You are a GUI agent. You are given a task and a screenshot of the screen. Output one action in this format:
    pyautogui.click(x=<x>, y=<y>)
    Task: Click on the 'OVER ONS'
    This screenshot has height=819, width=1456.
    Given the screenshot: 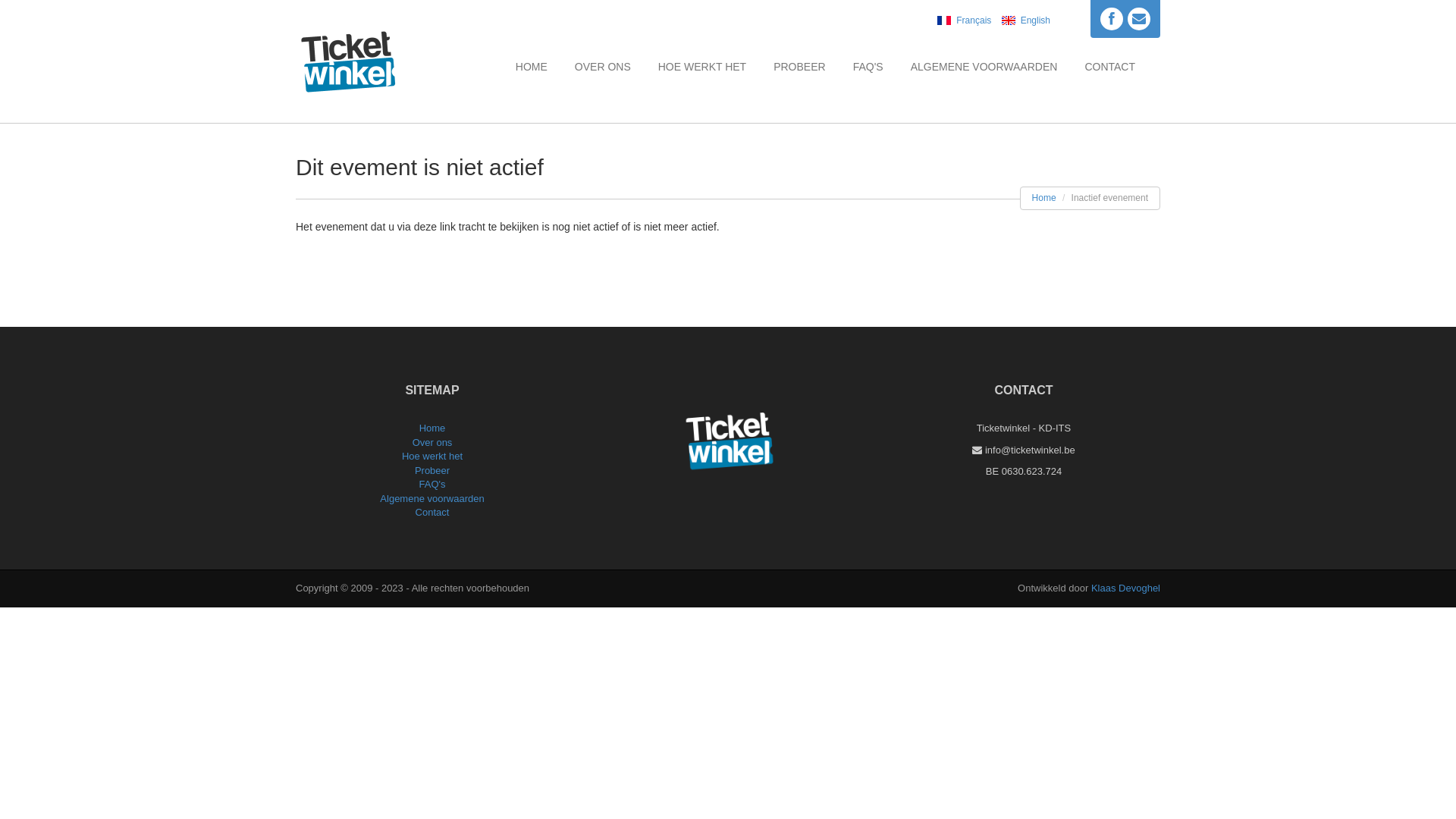 What is the action you would take?
    pyautogui.click(x=602, y=66)
    